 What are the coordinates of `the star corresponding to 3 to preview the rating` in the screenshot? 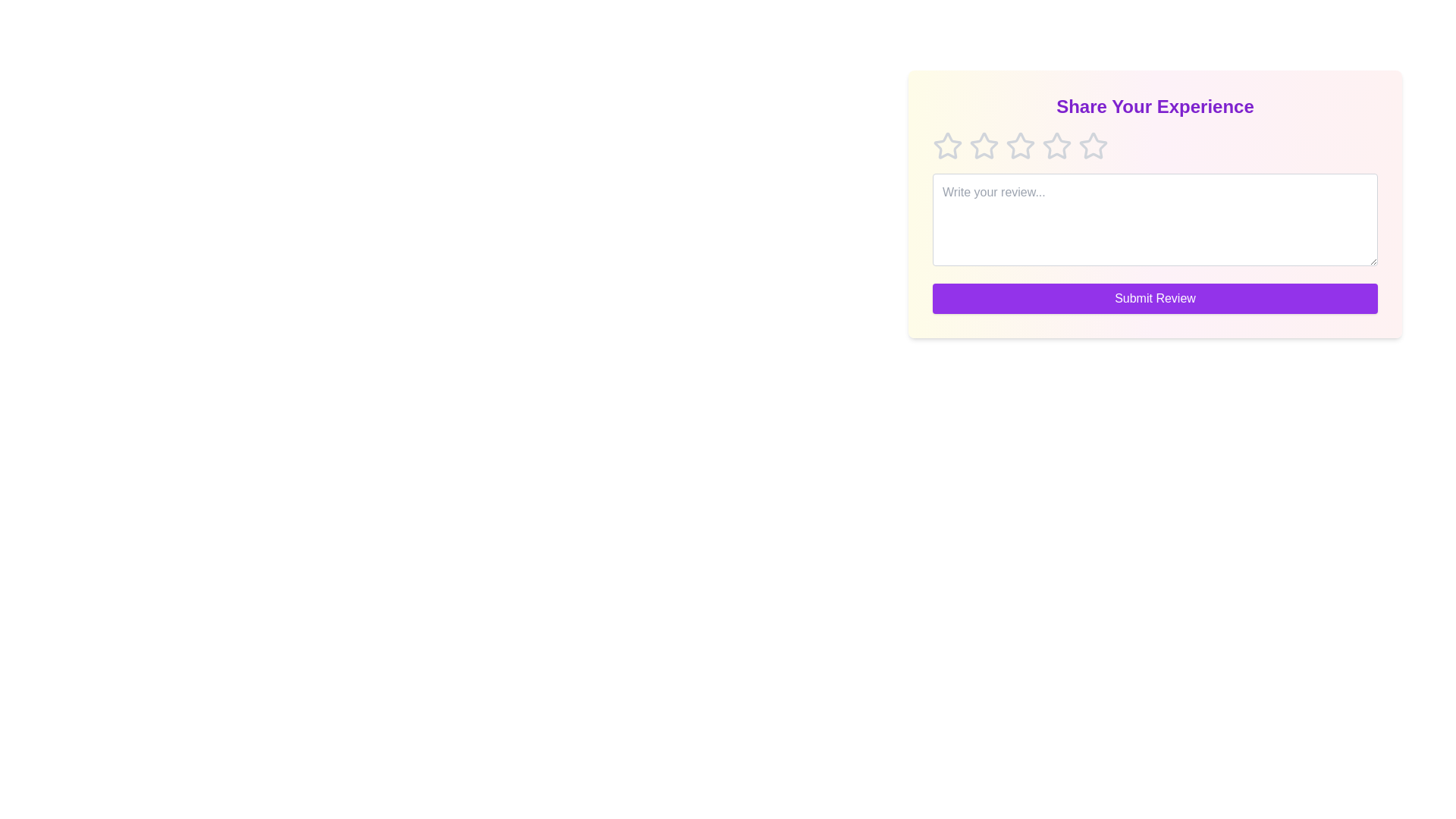 It's located at (1020, 146).